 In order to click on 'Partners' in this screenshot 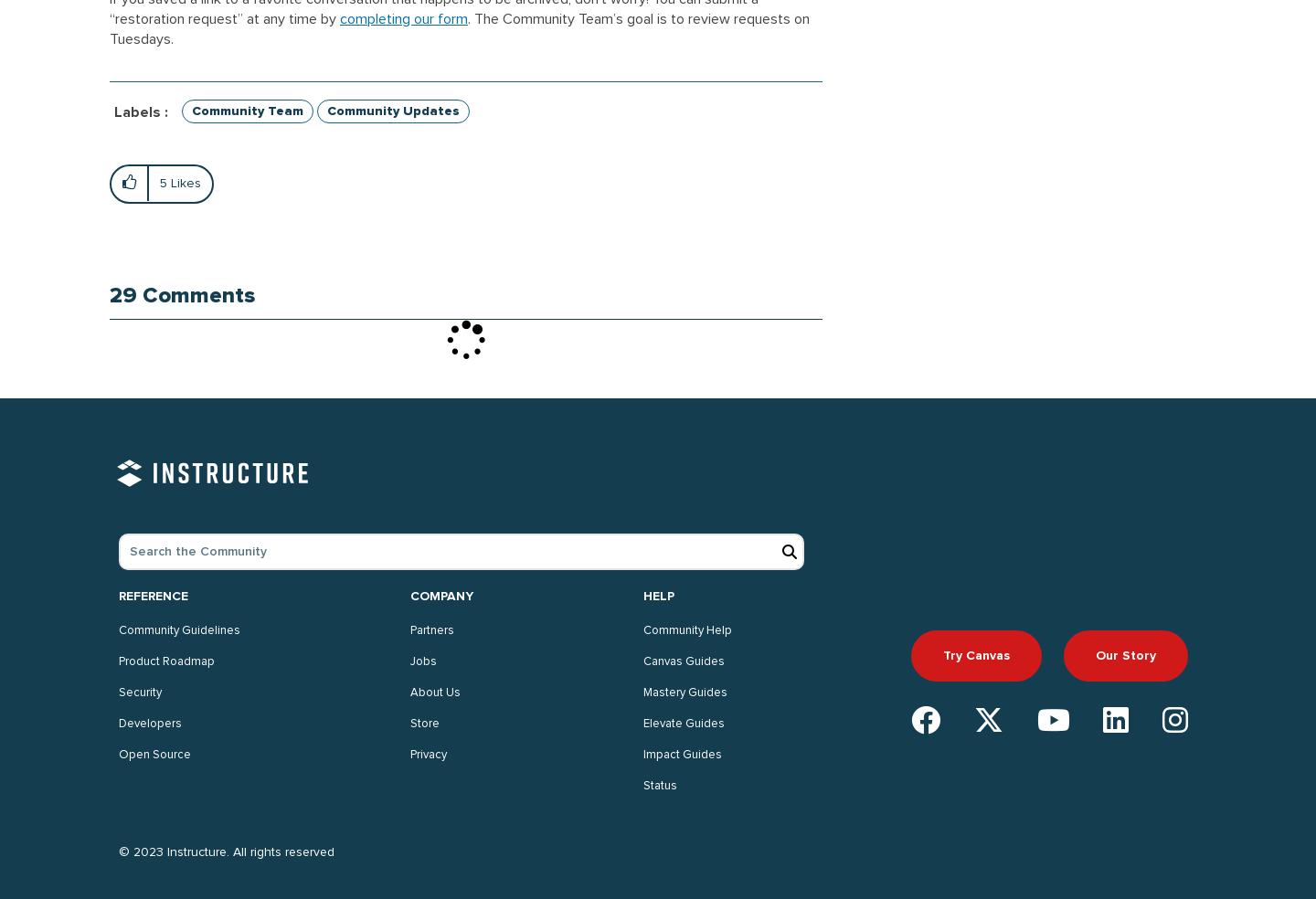, I will do `click(432, 630)`.